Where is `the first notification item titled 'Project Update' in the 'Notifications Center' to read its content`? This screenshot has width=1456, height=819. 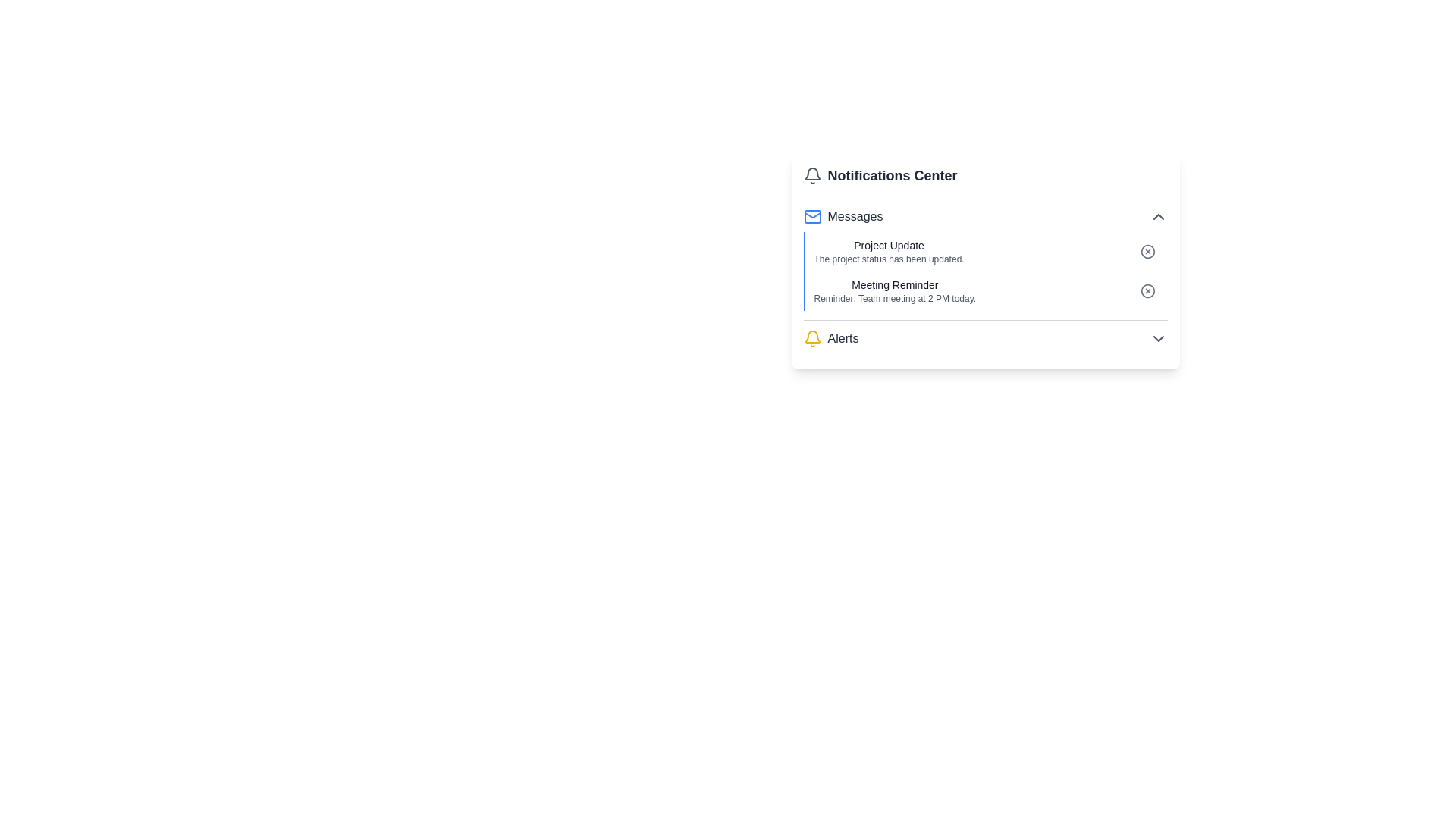
the first notification item titled 'Project Update' in the 'Notifications Center' to read its content is located at coordinates (985, 250).